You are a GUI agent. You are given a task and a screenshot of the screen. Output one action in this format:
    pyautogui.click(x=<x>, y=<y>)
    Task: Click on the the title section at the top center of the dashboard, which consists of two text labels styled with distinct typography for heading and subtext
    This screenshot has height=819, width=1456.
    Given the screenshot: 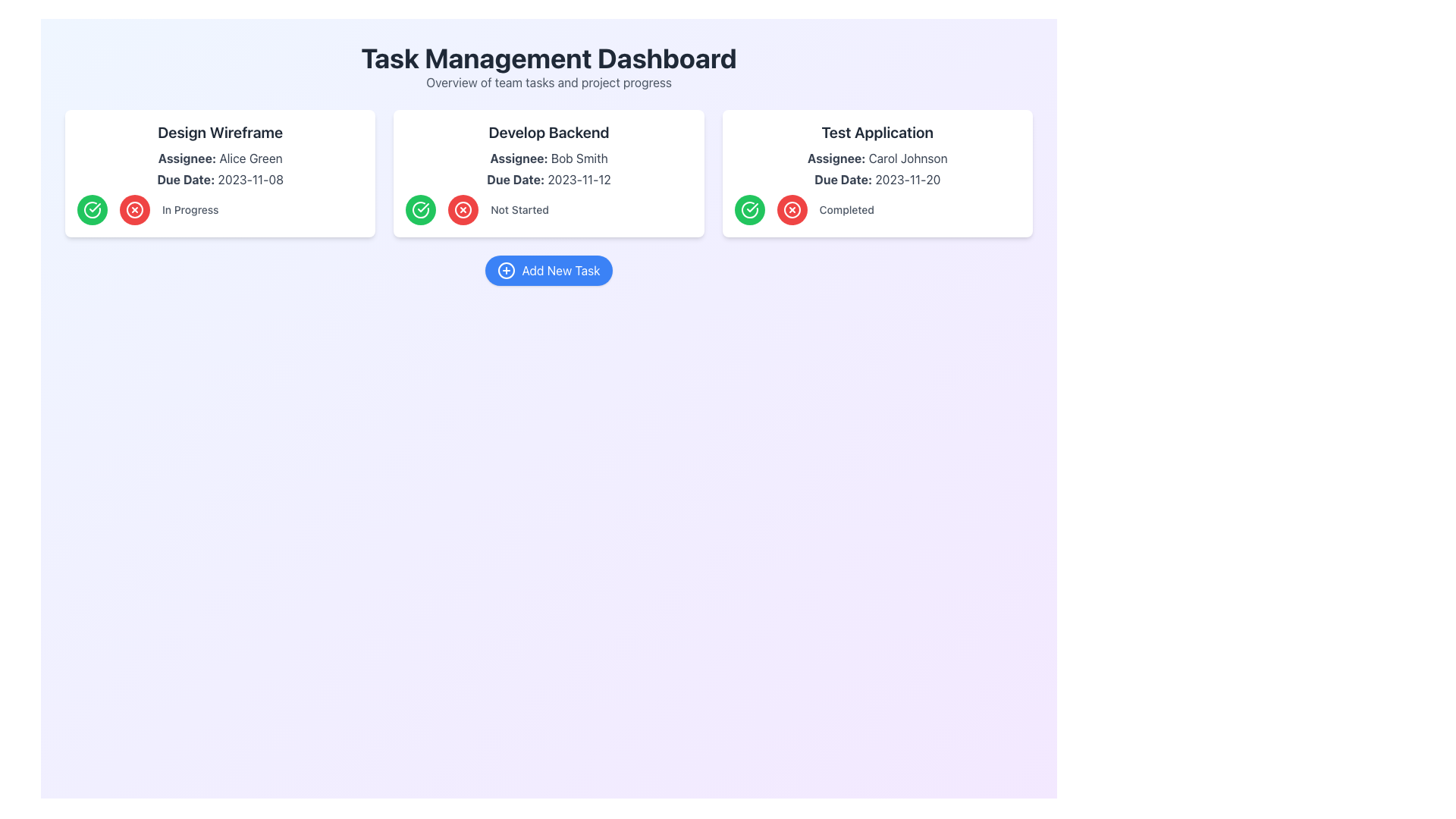 What is the action you would take?
    pyautogui.click(x=548, y=66)
    